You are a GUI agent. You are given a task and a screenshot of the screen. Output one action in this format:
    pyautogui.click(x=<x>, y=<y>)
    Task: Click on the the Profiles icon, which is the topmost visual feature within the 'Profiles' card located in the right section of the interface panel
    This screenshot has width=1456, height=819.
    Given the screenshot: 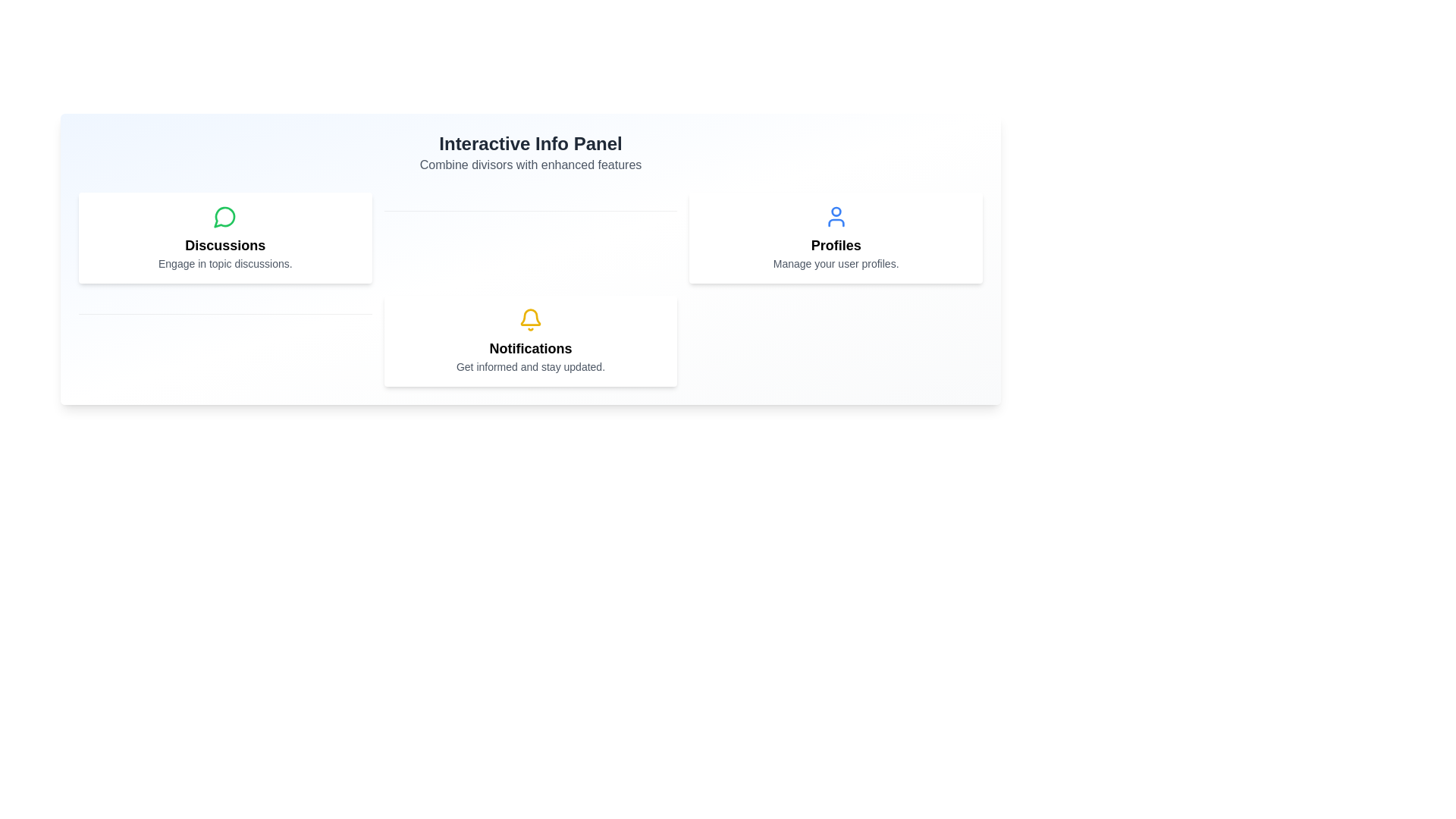 What is the action you would take?
    pyautogui.click(x=835, y=216)
    